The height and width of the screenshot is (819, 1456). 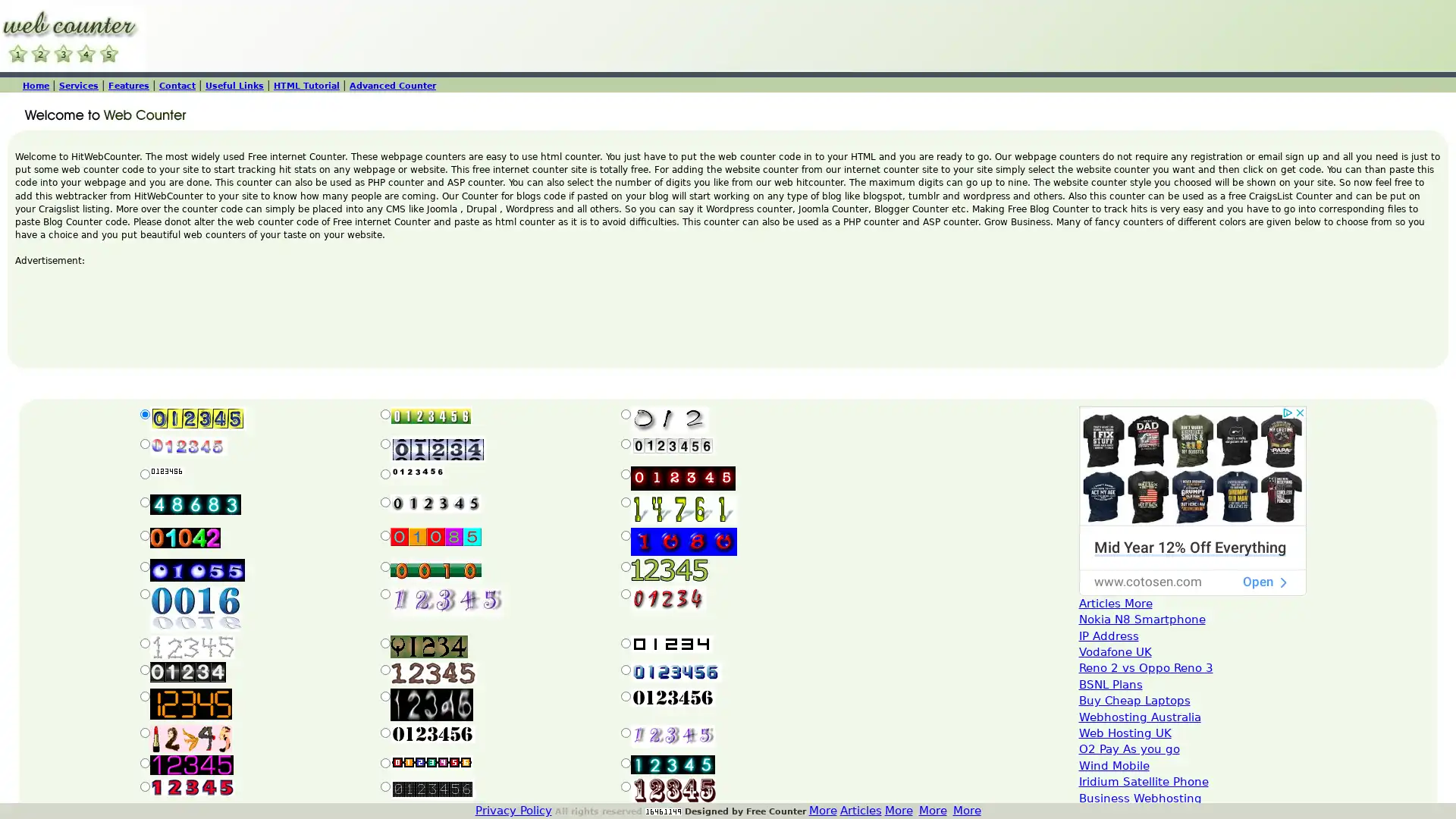 I want to click on Submit, so click(x=671, y=444).